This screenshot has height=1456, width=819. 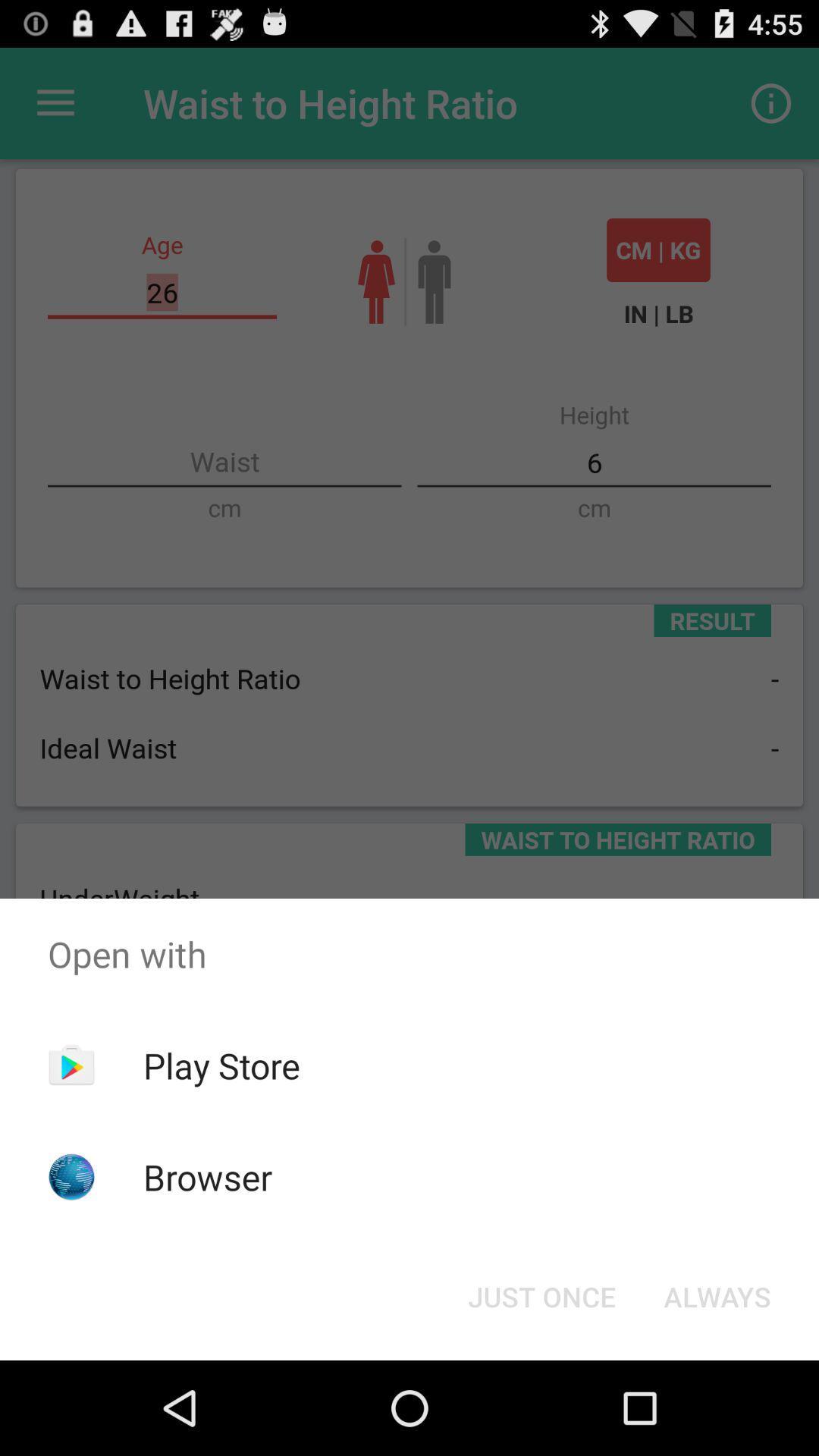 I want to click on the just once button, so click(x=541, y=1295).